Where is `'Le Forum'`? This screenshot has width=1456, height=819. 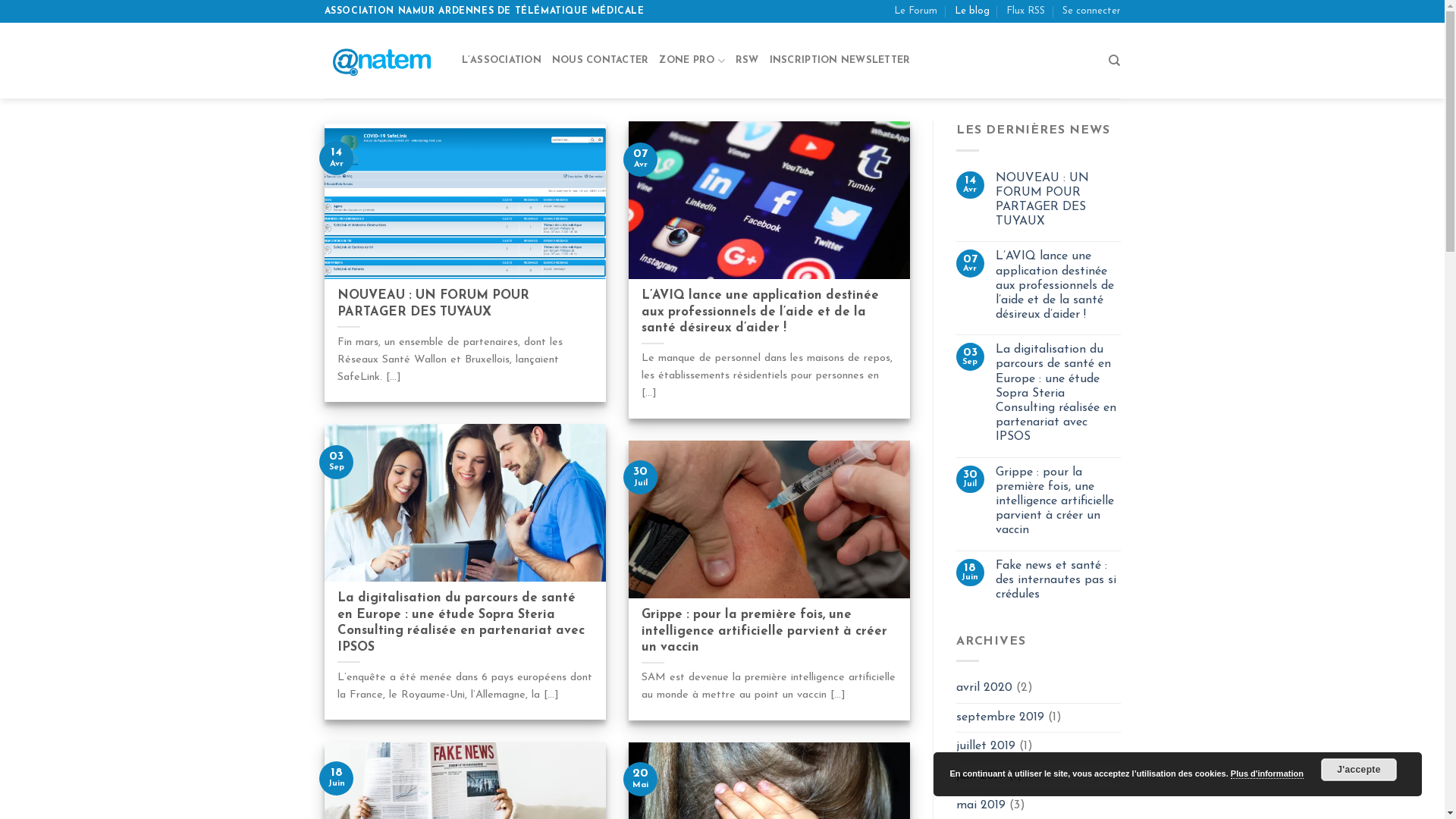
'Le Forum' is located at coordinates (915, 11).